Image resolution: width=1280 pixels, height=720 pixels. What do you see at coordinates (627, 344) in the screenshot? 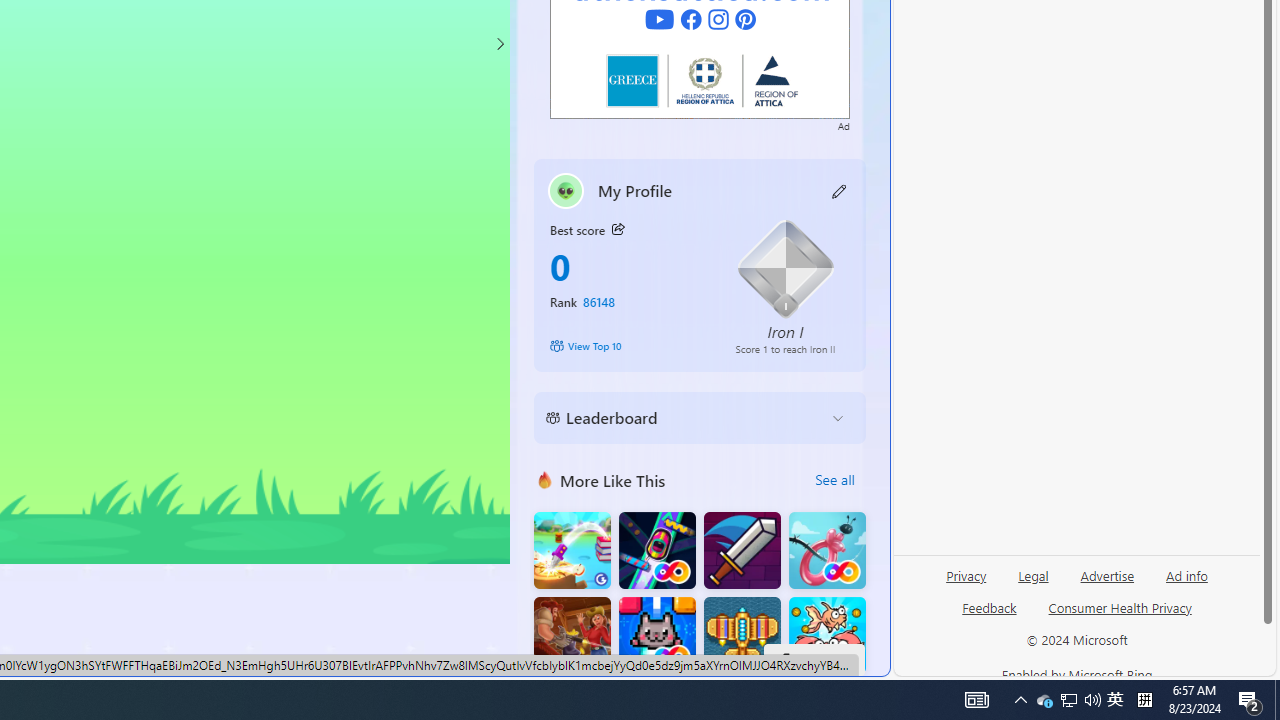
I see `'View Top 10'` at bounding box center [627, 344].